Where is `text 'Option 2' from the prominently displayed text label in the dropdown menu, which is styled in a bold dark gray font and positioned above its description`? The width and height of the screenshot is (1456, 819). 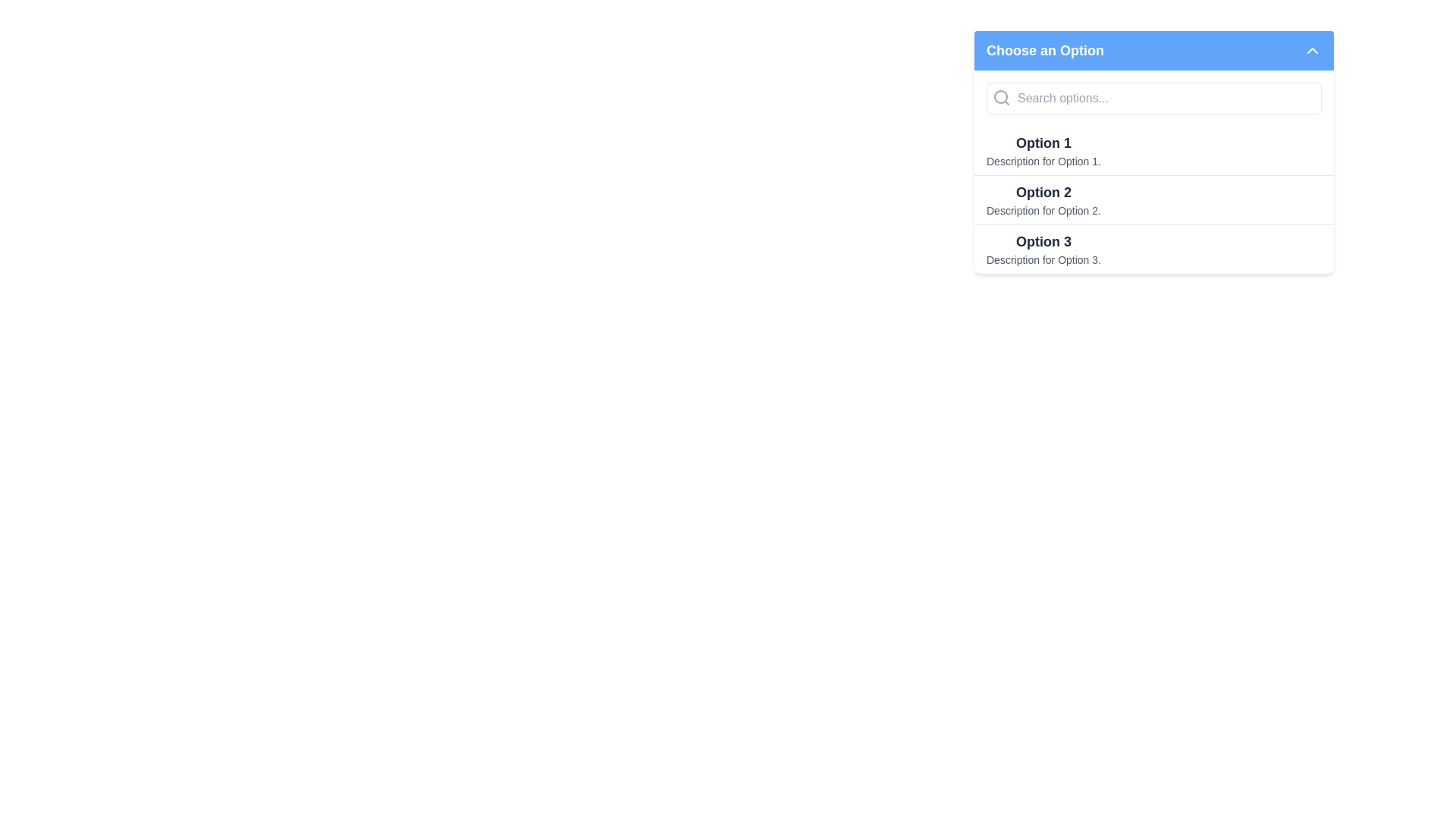 text 'Option 2' from the prominently displayed text label in the dropdown menu, which is styled in a bold dark gray font and positioned above its description is located at coordinates (1043, 192).